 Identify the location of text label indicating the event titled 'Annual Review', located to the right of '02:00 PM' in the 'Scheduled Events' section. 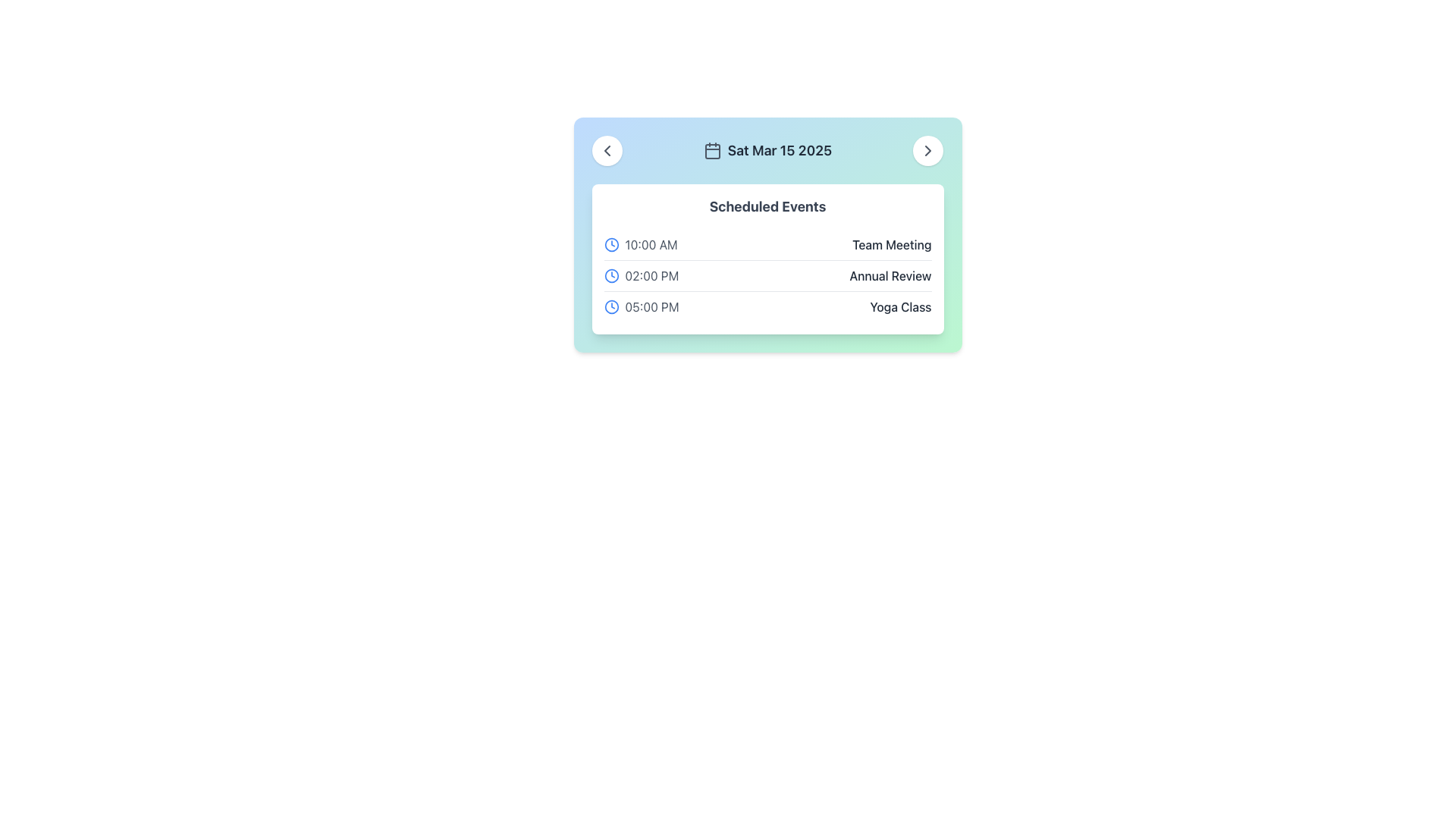
(890, 275).